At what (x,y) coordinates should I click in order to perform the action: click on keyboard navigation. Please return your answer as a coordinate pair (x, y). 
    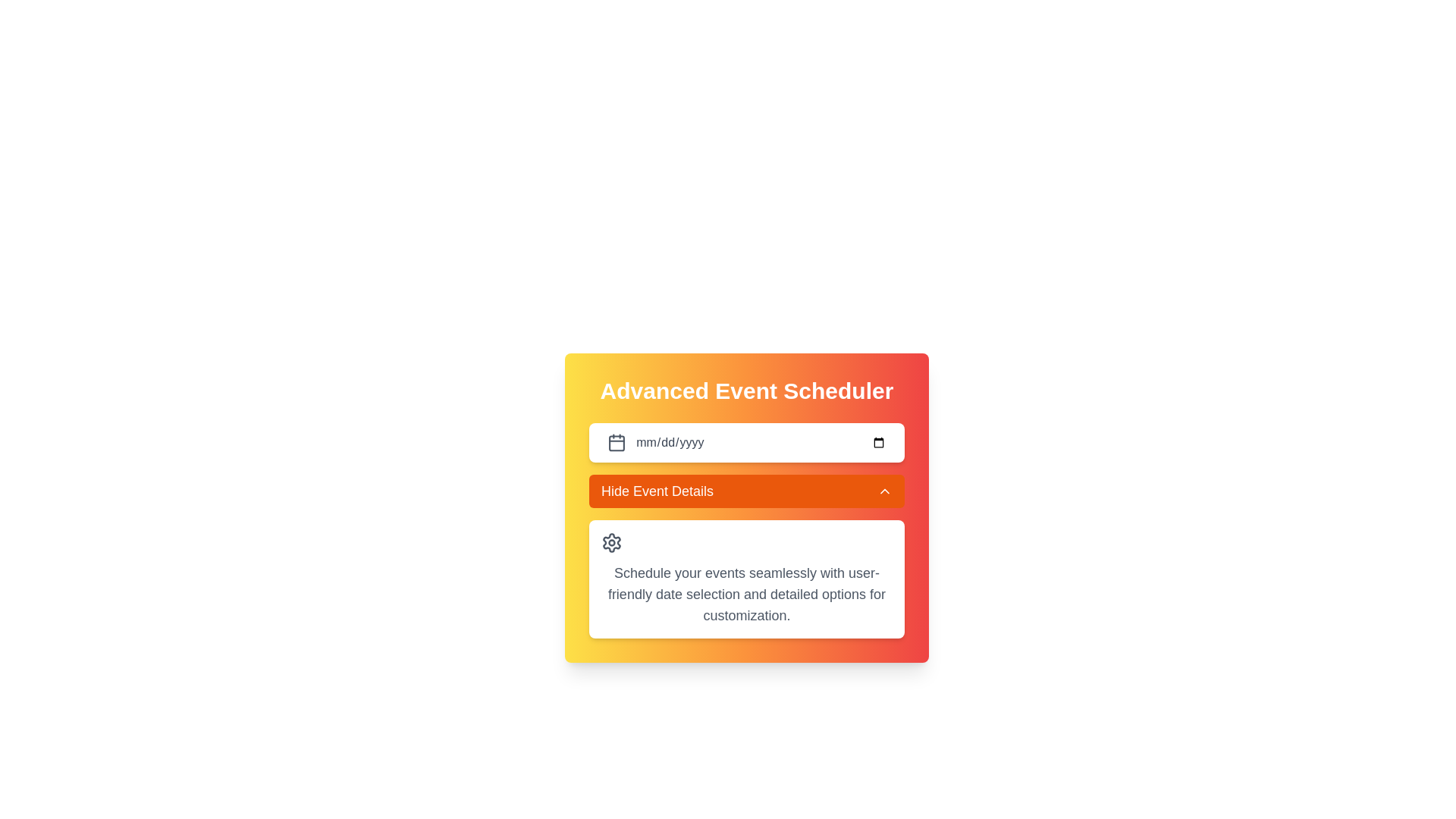
    Looking at the image, I should click on (761, 442).